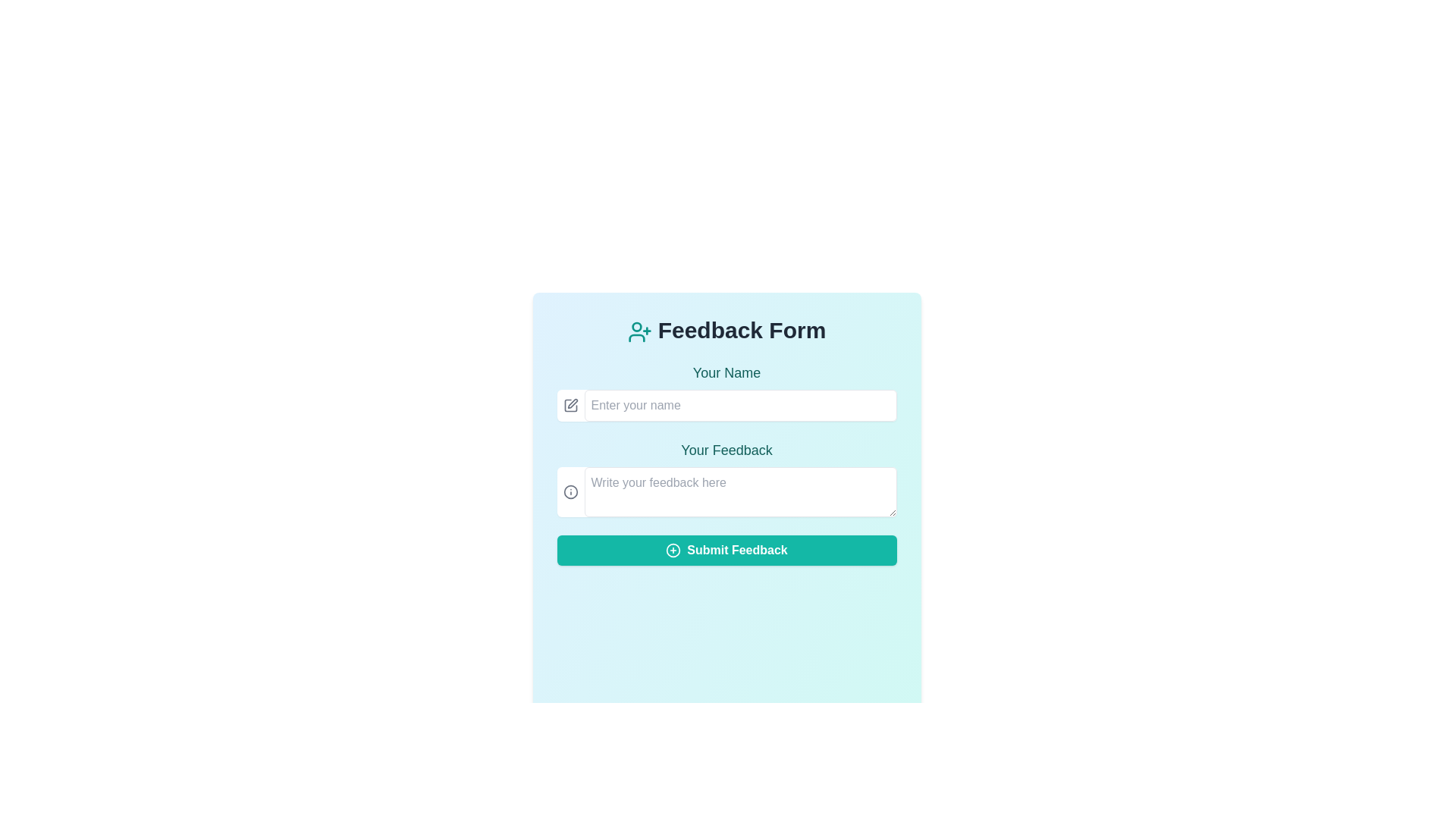  What do you see at coordinates (570, 405) in the screenshot?
I see `the gray pen icon used for editing, located to the left of the 'Enter your name' input field in the feedback form` at bounding box center [570, 405].